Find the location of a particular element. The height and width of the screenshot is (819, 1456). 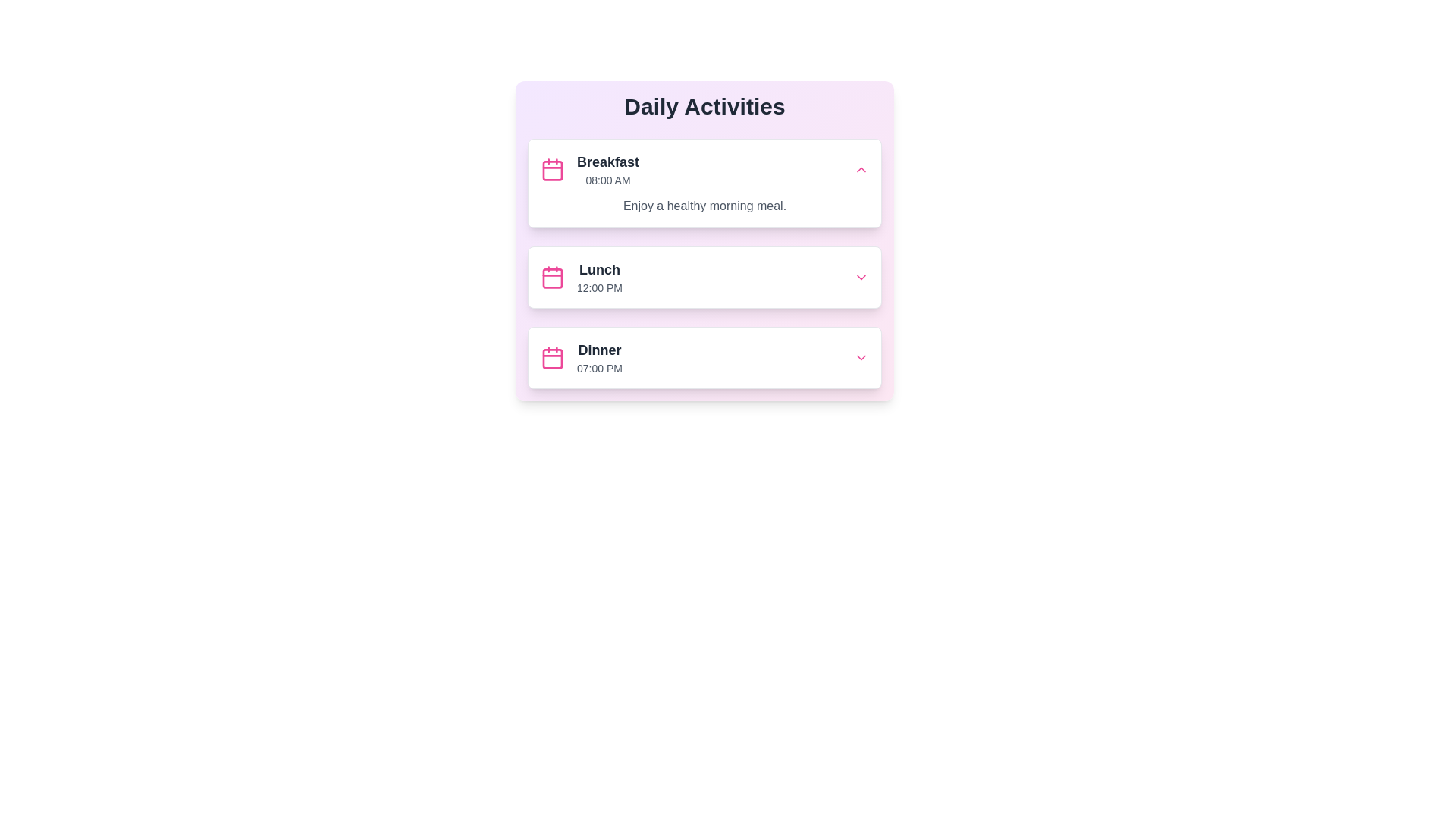

displayed time from the text label showing '08:00 AM' in gray font, positioned beneath the bold 'Breakfast' label within the activity card is located at coordinates (607, 180).